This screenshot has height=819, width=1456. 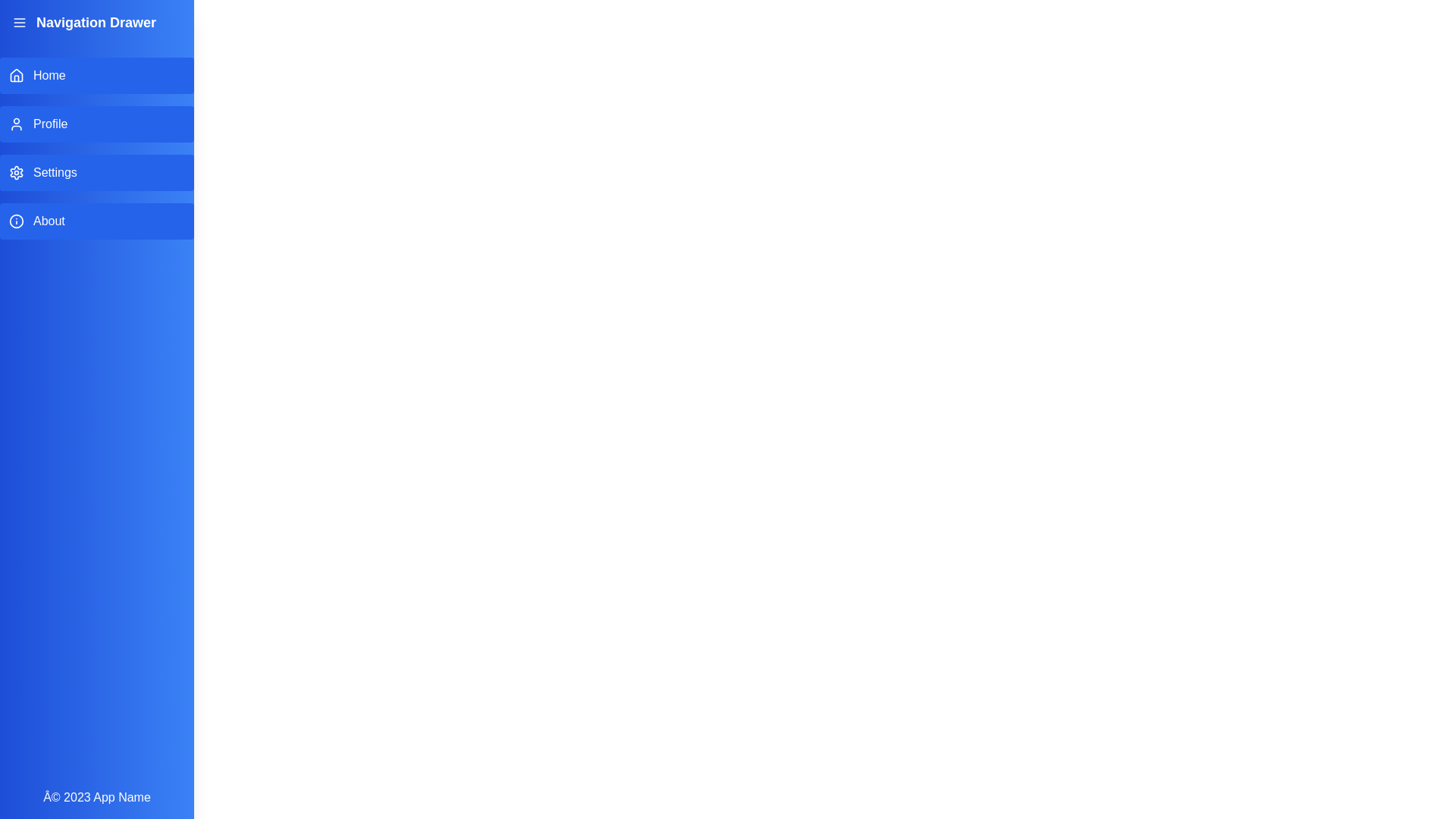 I want to click on the gear-like graphical icon located in the 'Settings' menu option within the vertical navigation drawer on the left side of the interface, so click(x=17, y=171).